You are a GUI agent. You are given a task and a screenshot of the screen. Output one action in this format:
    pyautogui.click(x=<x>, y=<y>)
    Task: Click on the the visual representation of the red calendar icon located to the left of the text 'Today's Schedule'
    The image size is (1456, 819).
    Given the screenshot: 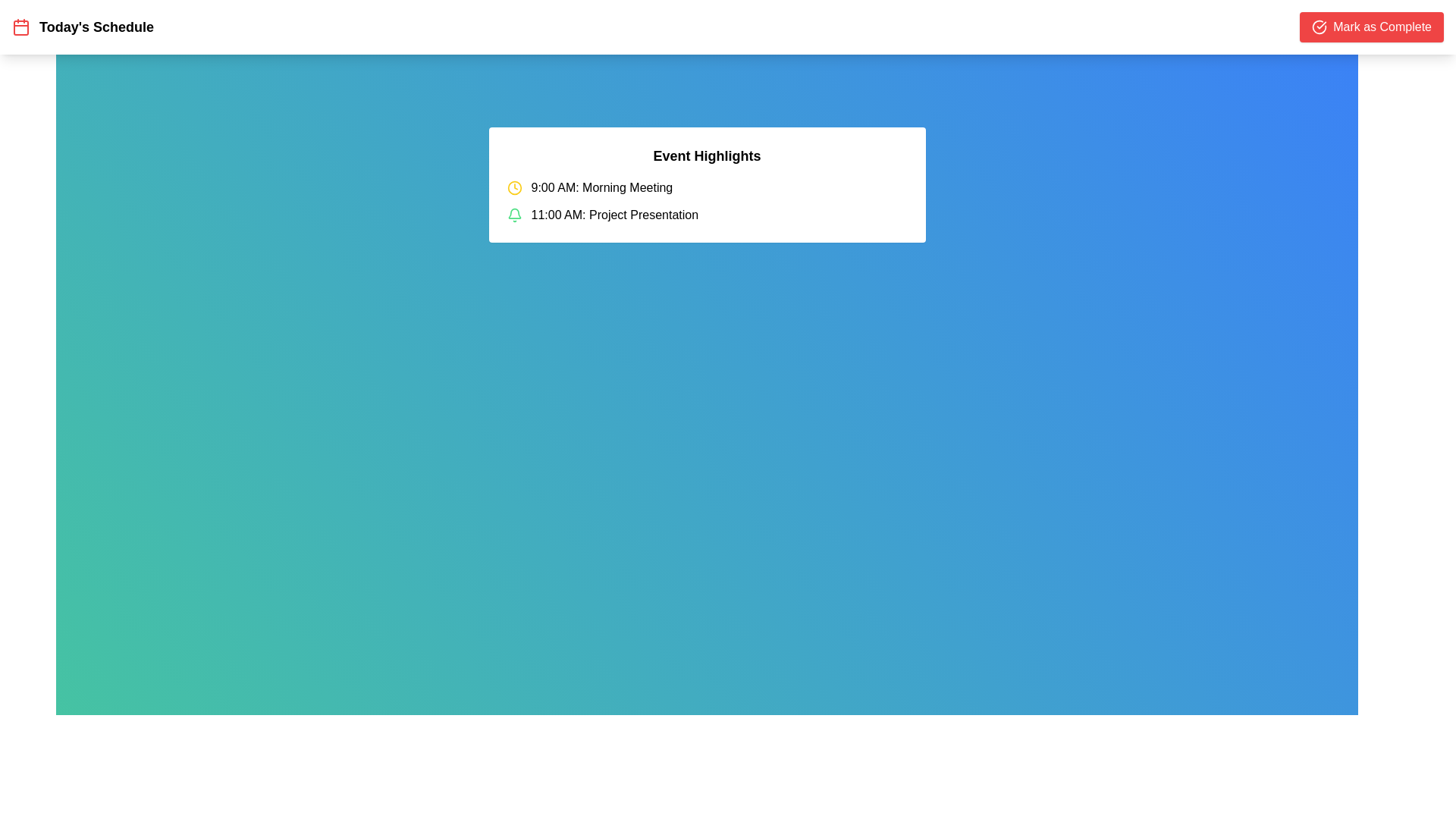 What is the action you would take?
    pyautogui.click(x=21, y=27)
    